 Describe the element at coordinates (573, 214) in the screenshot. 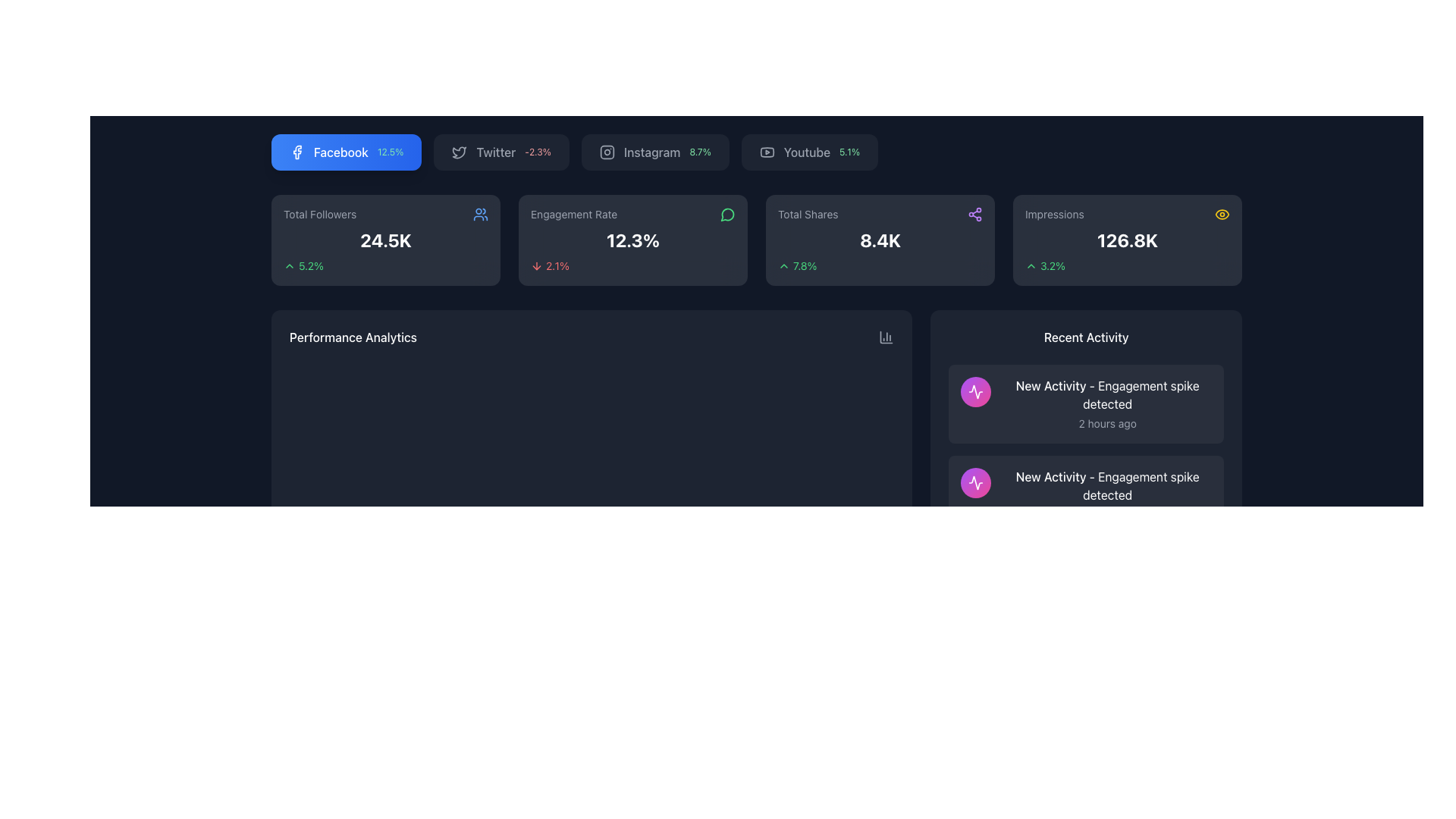

I see `the 'Engagement Rate' text label, which is a small, light gray font aligned horizontally with a green icon on its right side, located in the top center area of the second card` at that location.